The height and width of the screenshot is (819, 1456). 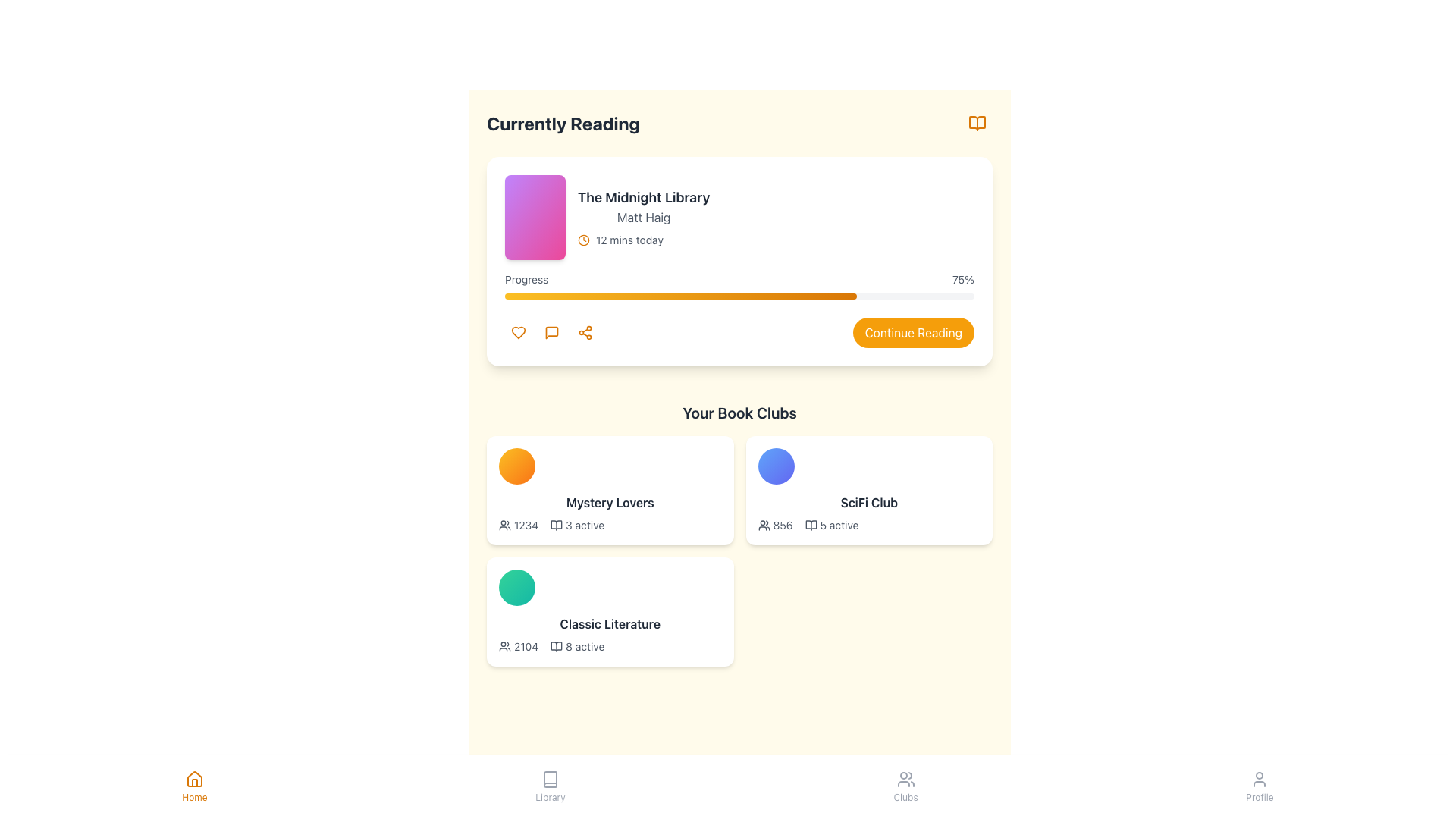 What do you see at coordinates (576, 646) in the screenshot?
I see `the text block that reads '8 active' with an accompanying open book icon, located in the bottom-right card of the 'Your Book Clubs' section, specifically within the 'Classic Literature' card` at bounding box center [576, 646].